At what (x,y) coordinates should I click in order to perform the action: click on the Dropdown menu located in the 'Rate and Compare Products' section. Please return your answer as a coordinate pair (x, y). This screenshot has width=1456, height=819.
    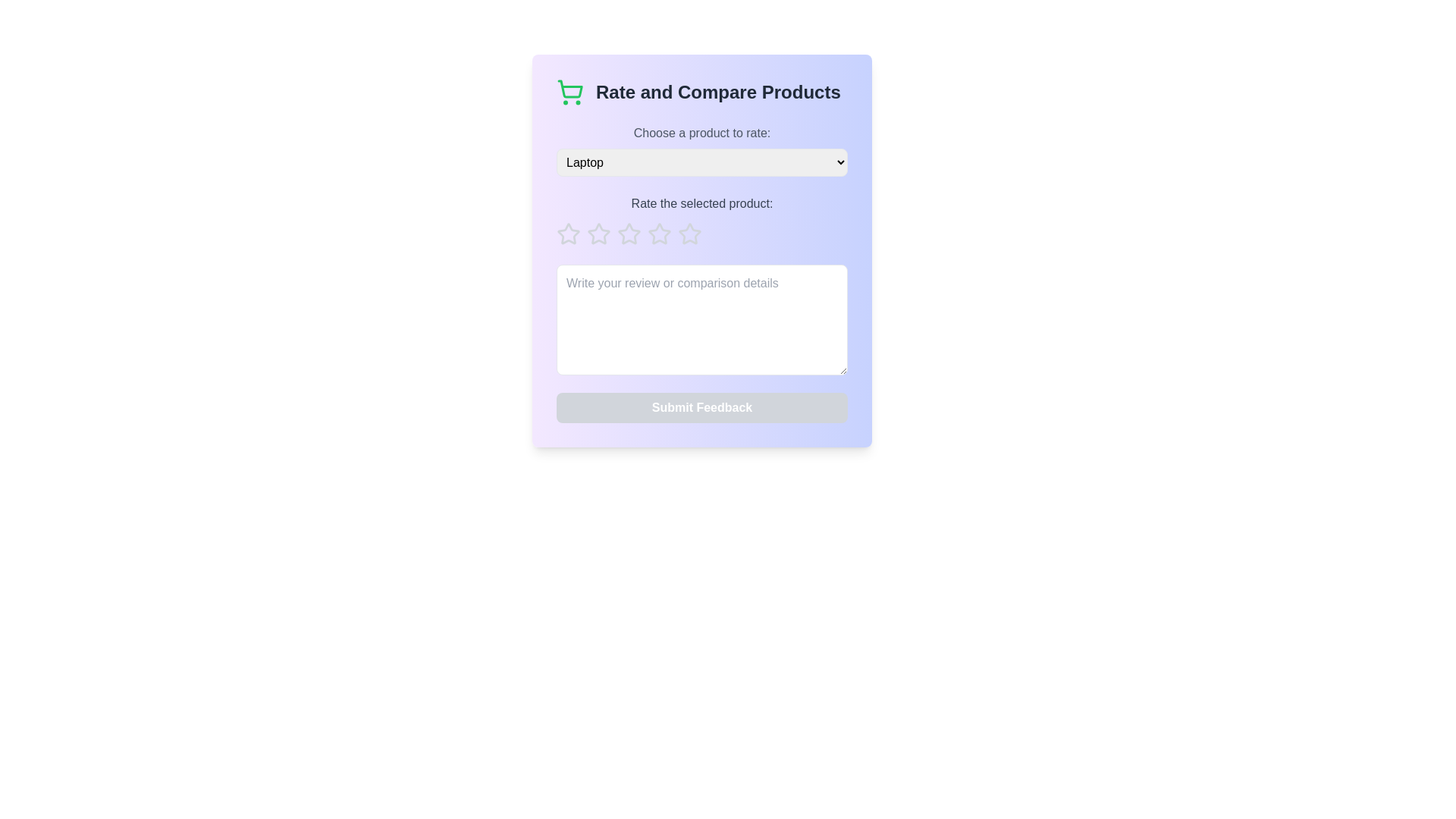
    Looking at the image, I should click on (701, 162).